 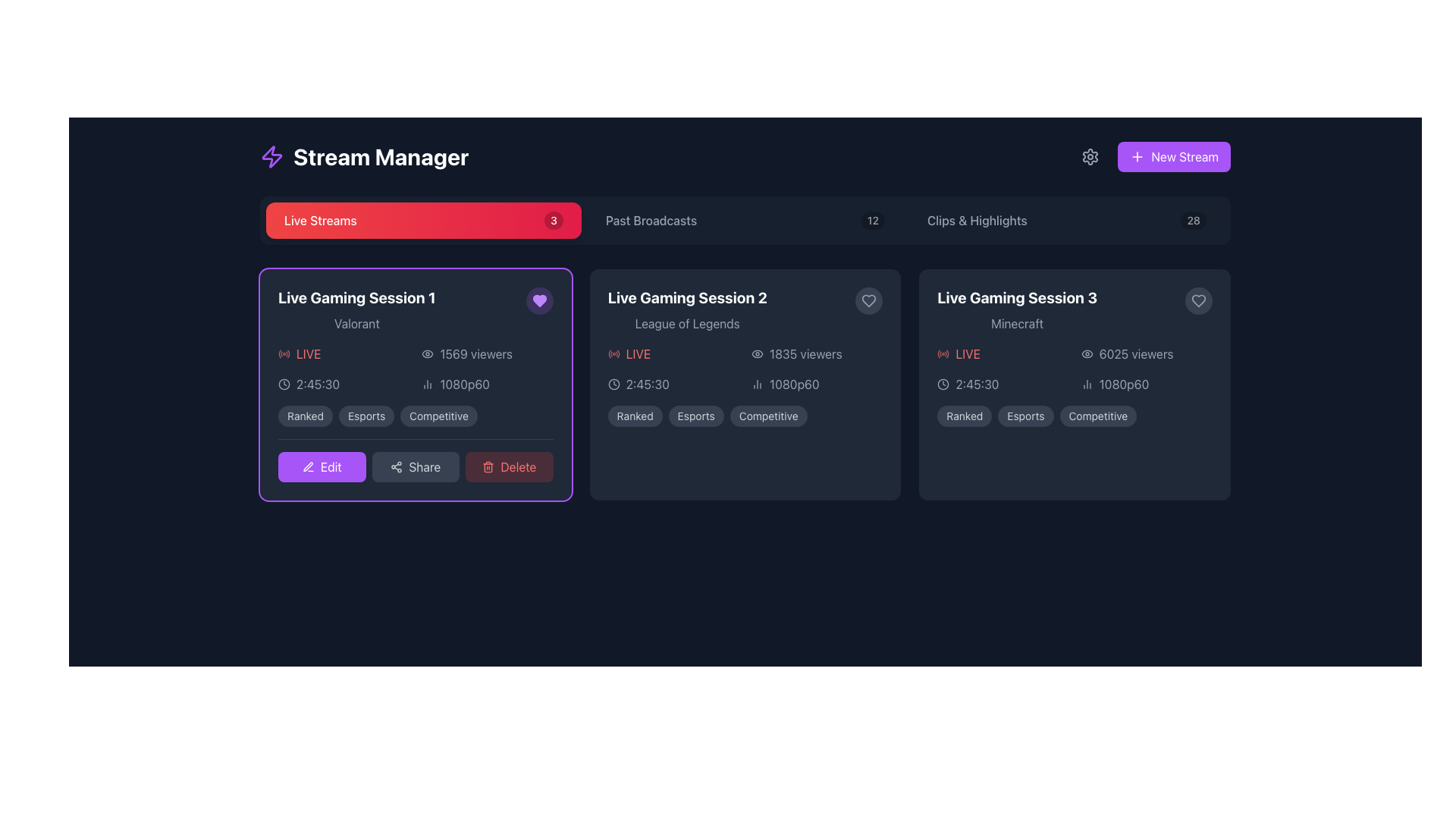 I want to click on text label displaying '6025 viewers' associated with the eye icon in the third card of the live streaming sessions, so click(x=1147, y=353).